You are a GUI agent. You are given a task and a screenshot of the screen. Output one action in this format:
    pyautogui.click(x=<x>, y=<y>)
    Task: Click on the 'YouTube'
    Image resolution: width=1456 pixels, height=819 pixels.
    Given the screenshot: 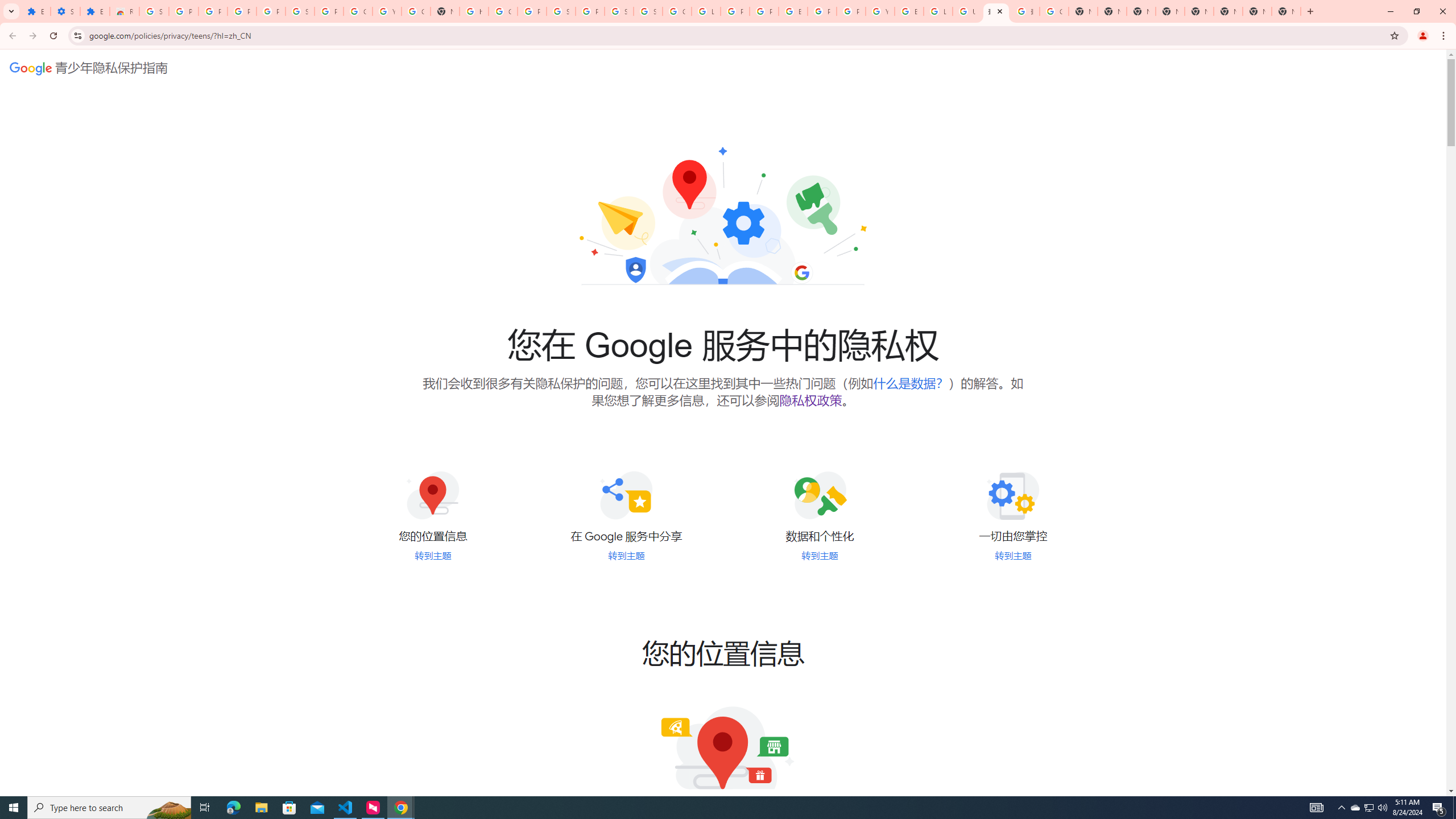 What is the action you would take?
    pyautogui.click(x=879, y=11)
    